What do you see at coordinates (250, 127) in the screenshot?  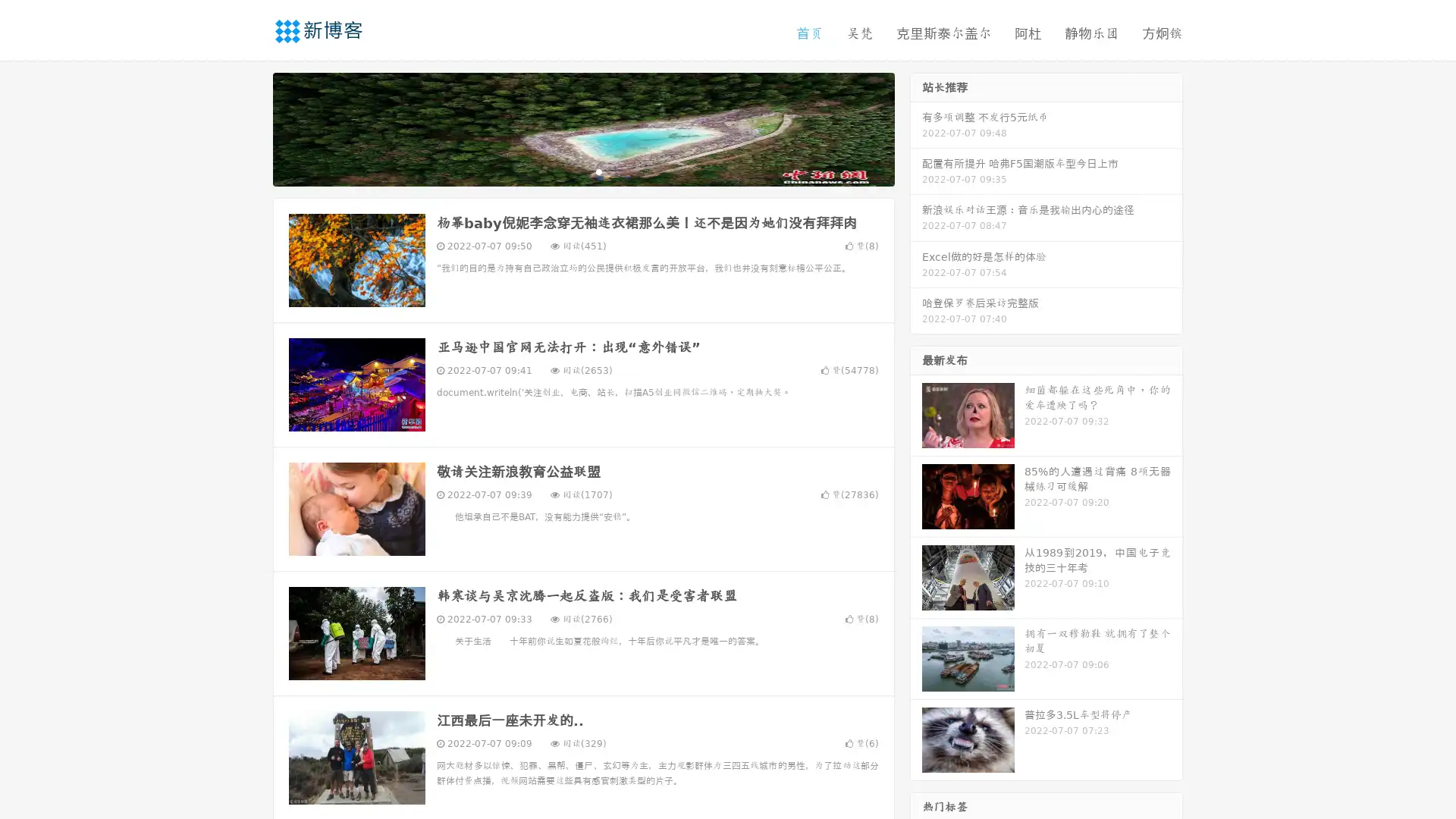 I see `Previous slide` at bounding box center [250, 127].